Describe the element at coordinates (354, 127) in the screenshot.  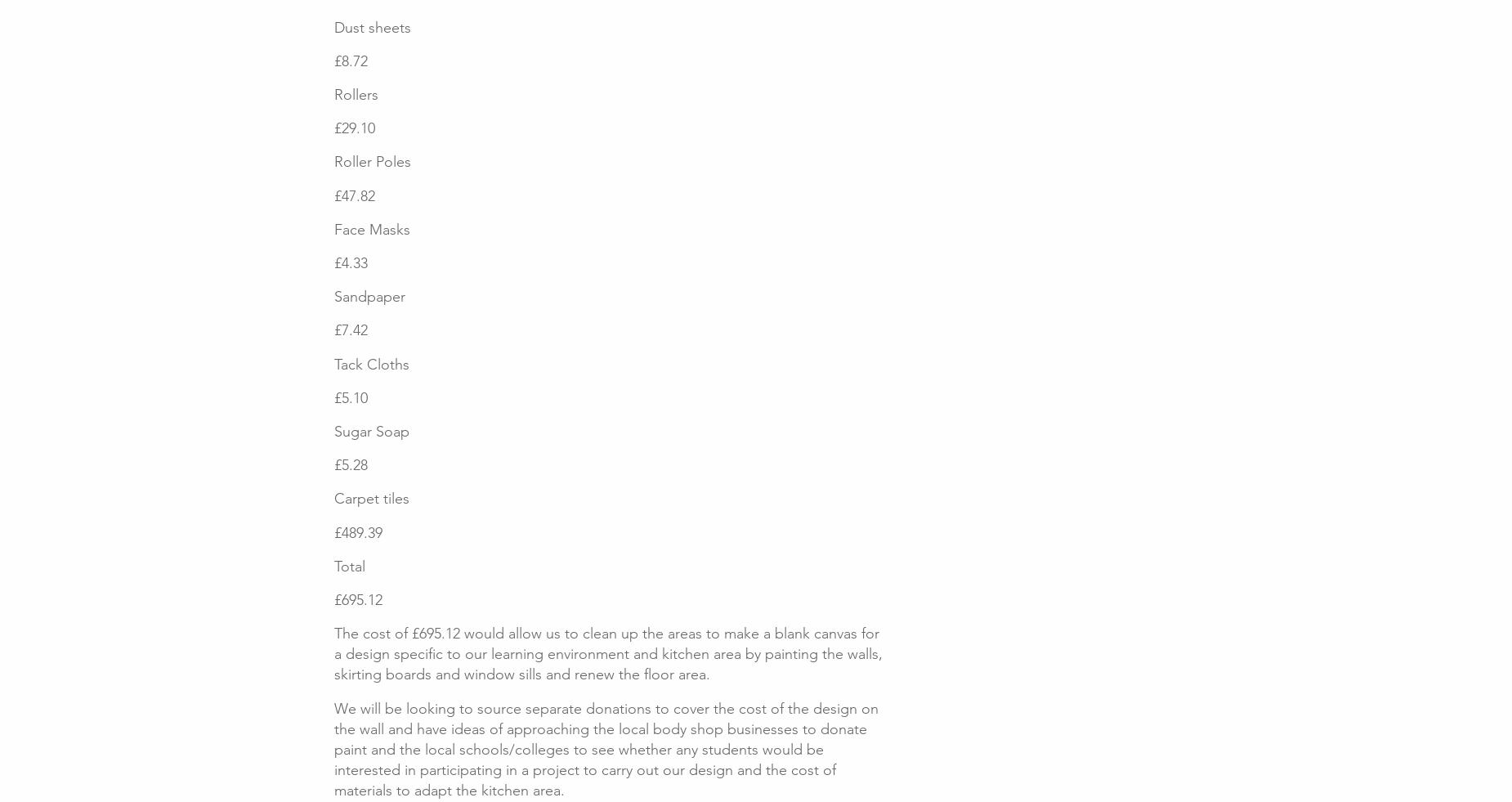
I see `'£29.10'` at that location.